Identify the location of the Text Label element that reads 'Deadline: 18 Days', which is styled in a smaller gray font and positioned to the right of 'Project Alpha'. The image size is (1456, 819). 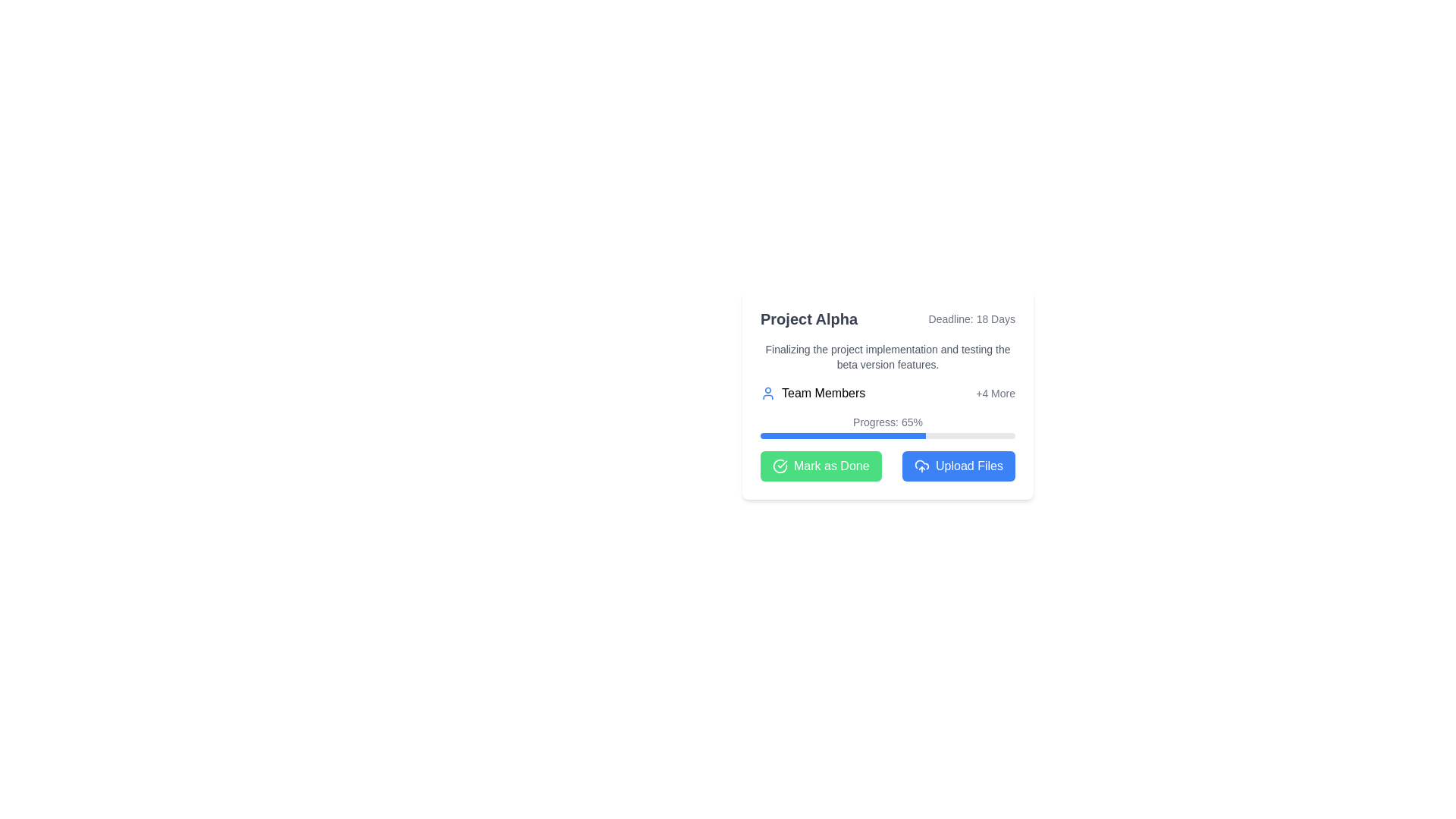
(971, 318).